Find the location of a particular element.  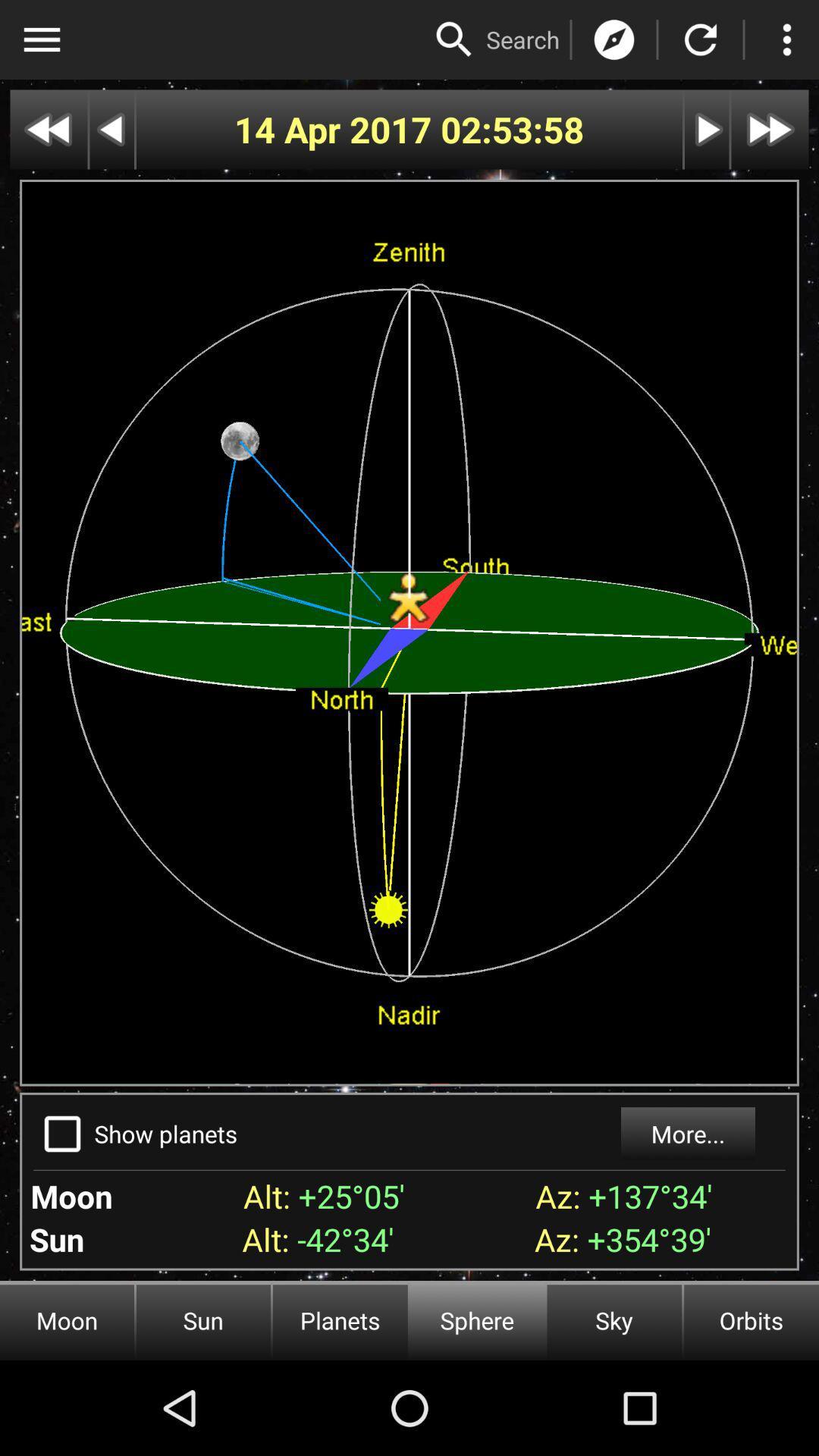

the av_rewind icon is located at coordinates (48, 130).